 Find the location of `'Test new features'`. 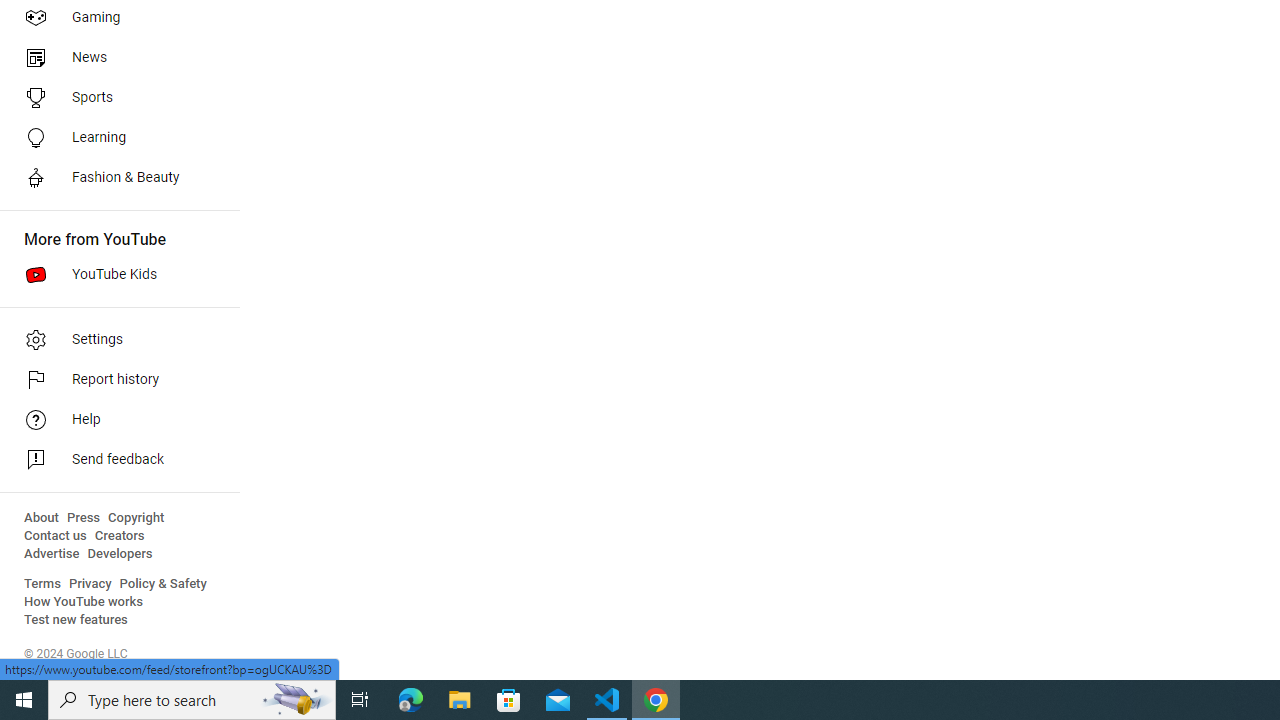

'Test new features' is located at coordinates (76, 619).